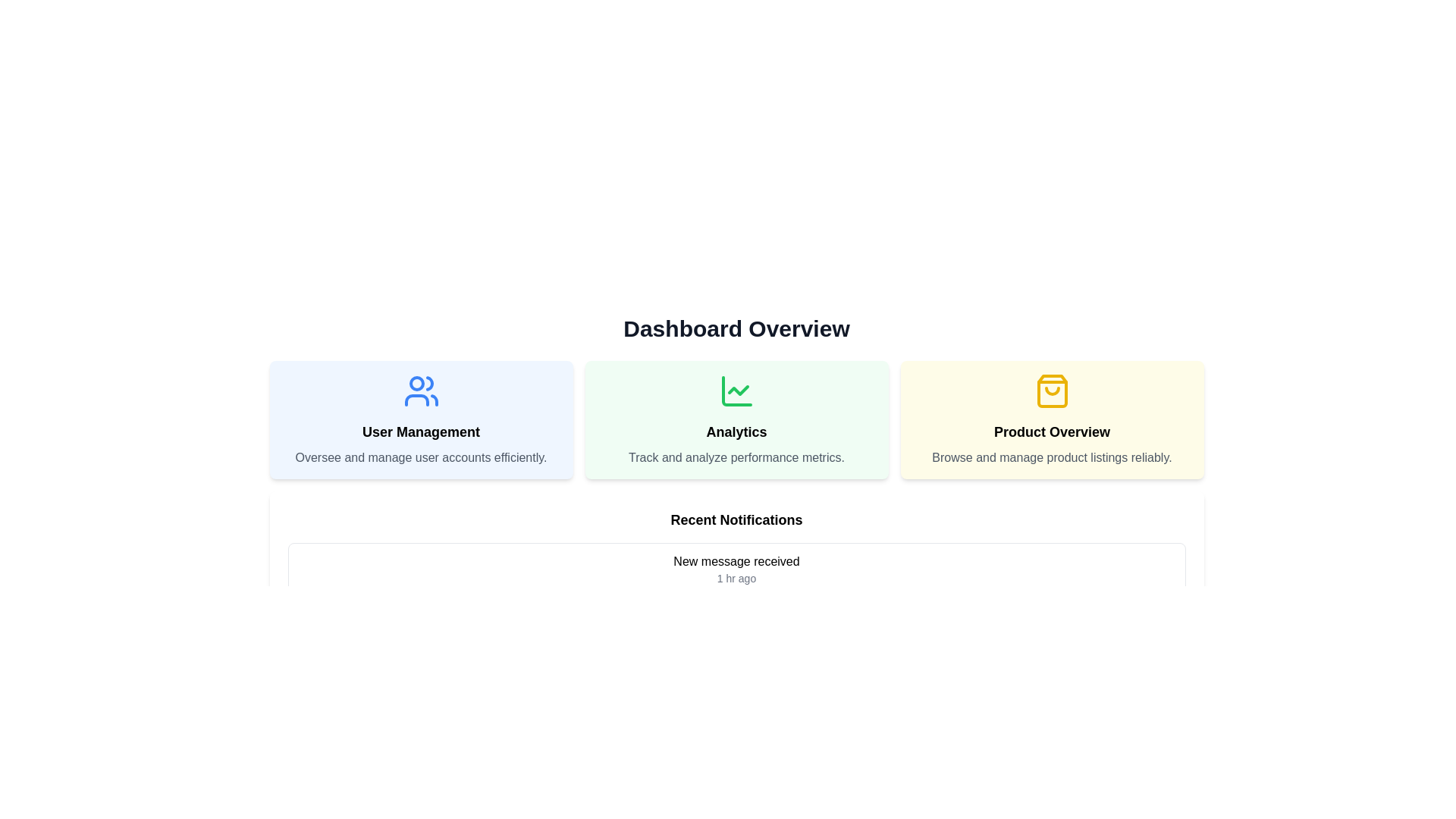  Describe the element at coordinates (428, 382) in the screenshot. I see `the rightmost circular segment of the user icon within the 'User Management' card on the dashboard` at that location.